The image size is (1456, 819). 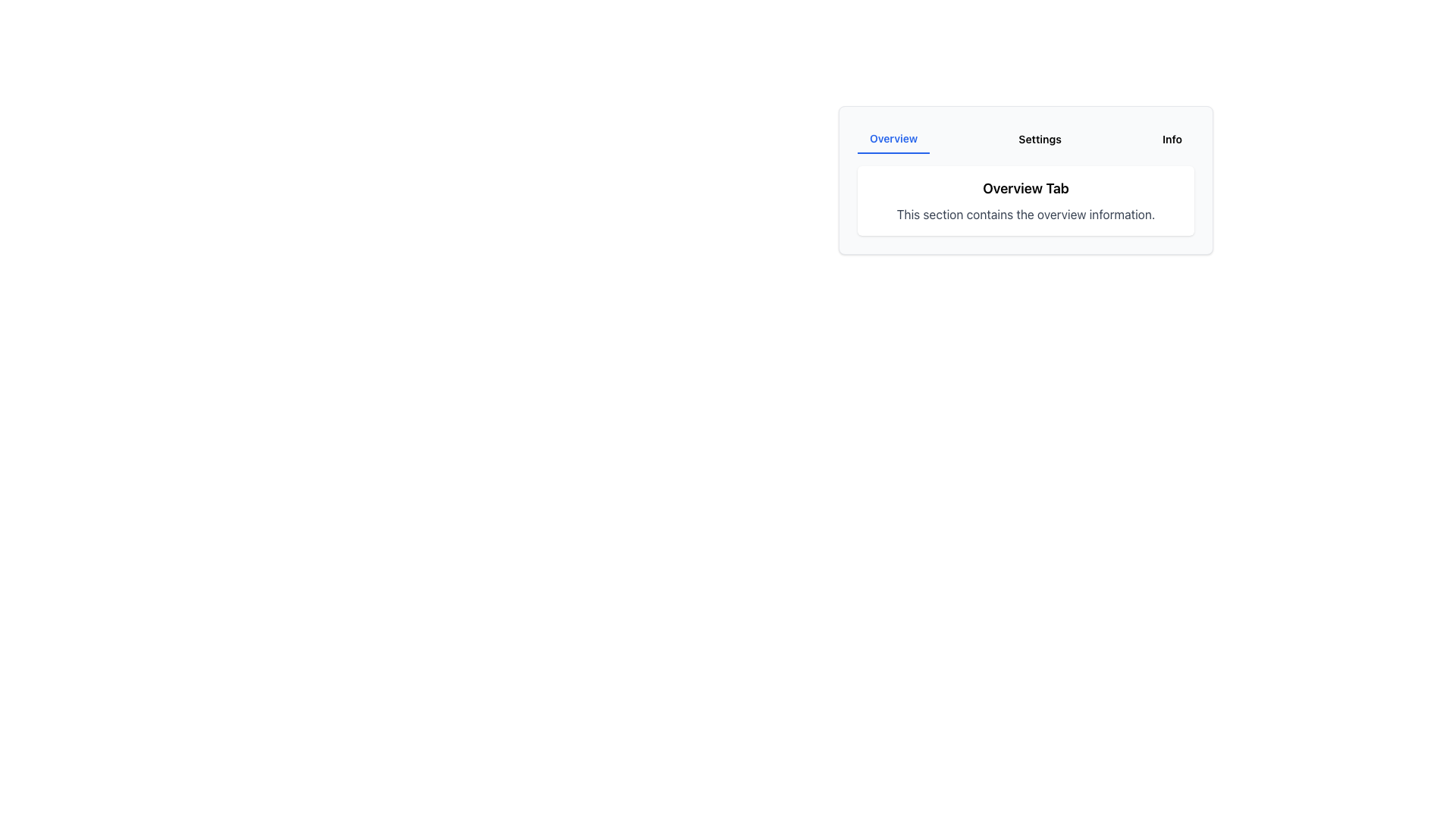 I want to click on the settings tab located in the navigation bar between the 'Overview' and 'Info' tabs, so click(x=1039, y=140).